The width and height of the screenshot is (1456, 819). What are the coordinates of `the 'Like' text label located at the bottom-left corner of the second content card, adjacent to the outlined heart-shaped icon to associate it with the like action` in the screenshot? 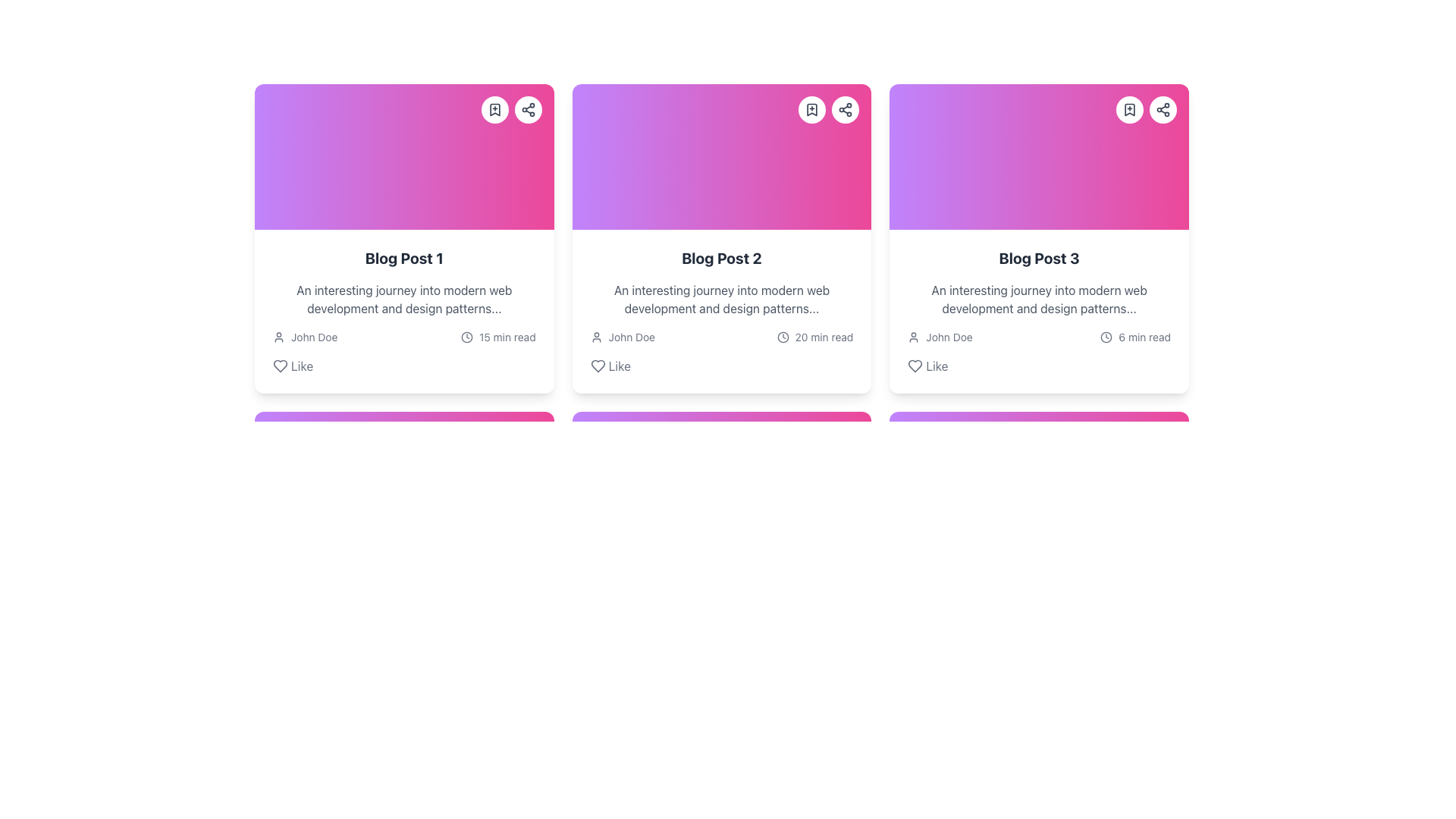 It's located at (620, 366).